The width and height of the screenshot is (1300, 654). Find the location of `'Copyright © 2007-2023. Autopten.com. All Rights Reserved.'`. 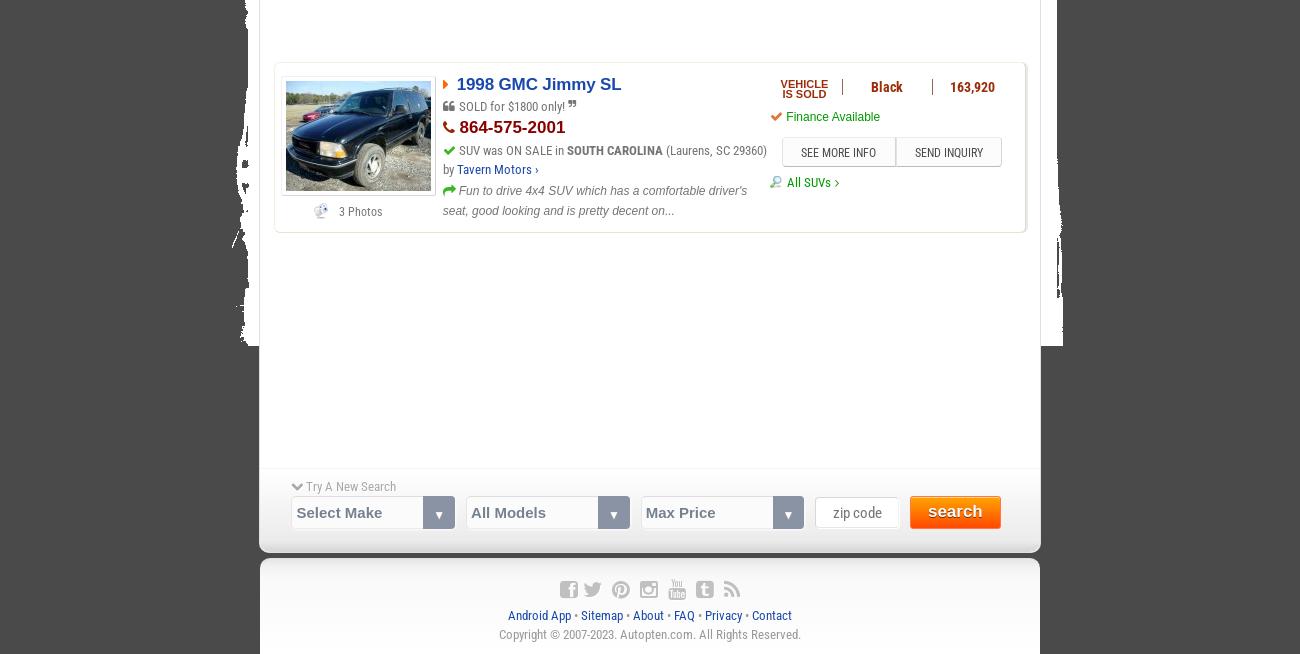

'Copyright © 2007-2023. Autopten.com. All Rights Reserved.' is located at coordinates (650, 634).